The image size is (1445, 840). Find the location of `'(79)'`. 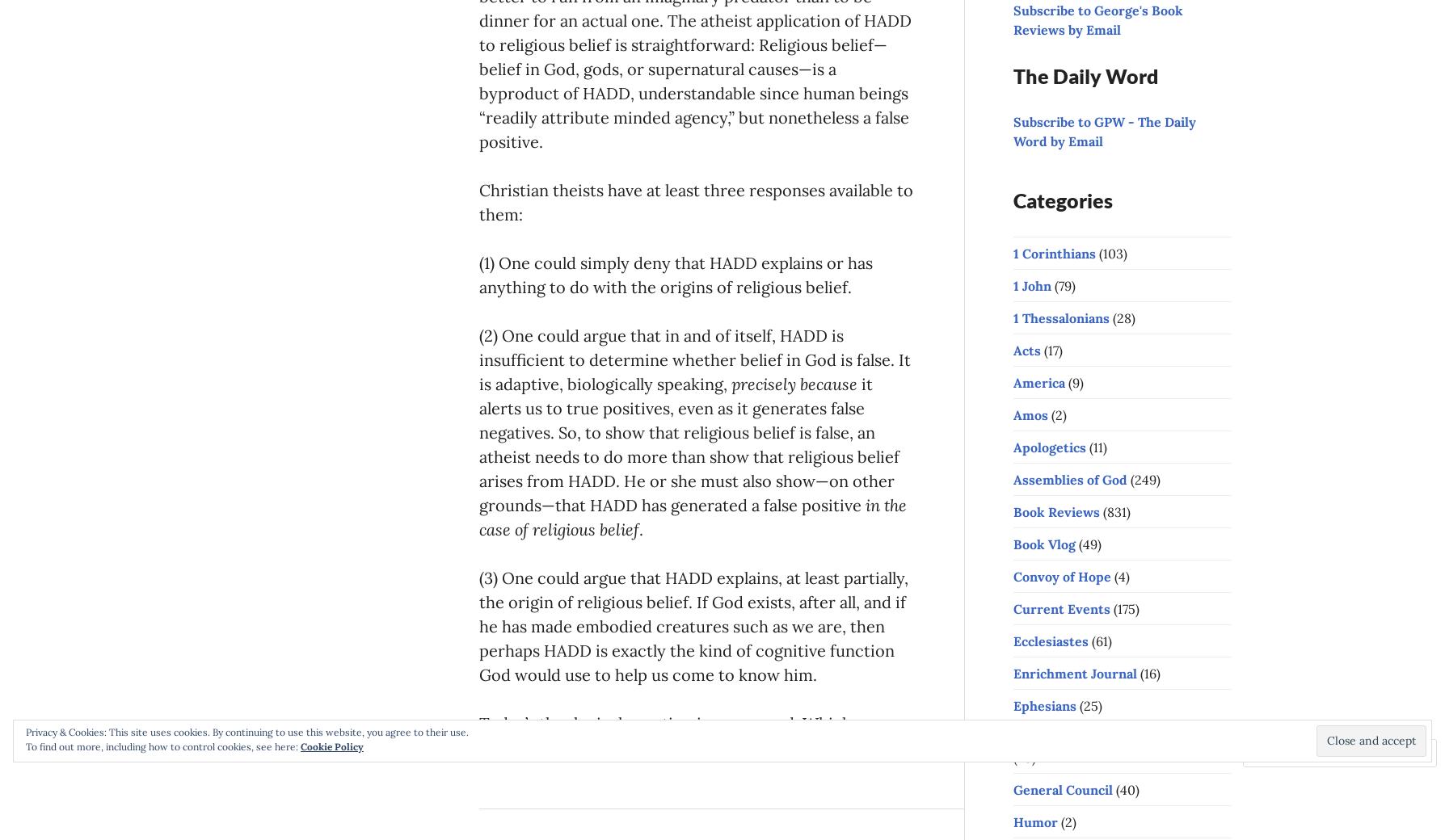

'(79)' is located at coordinates (1062, 283).